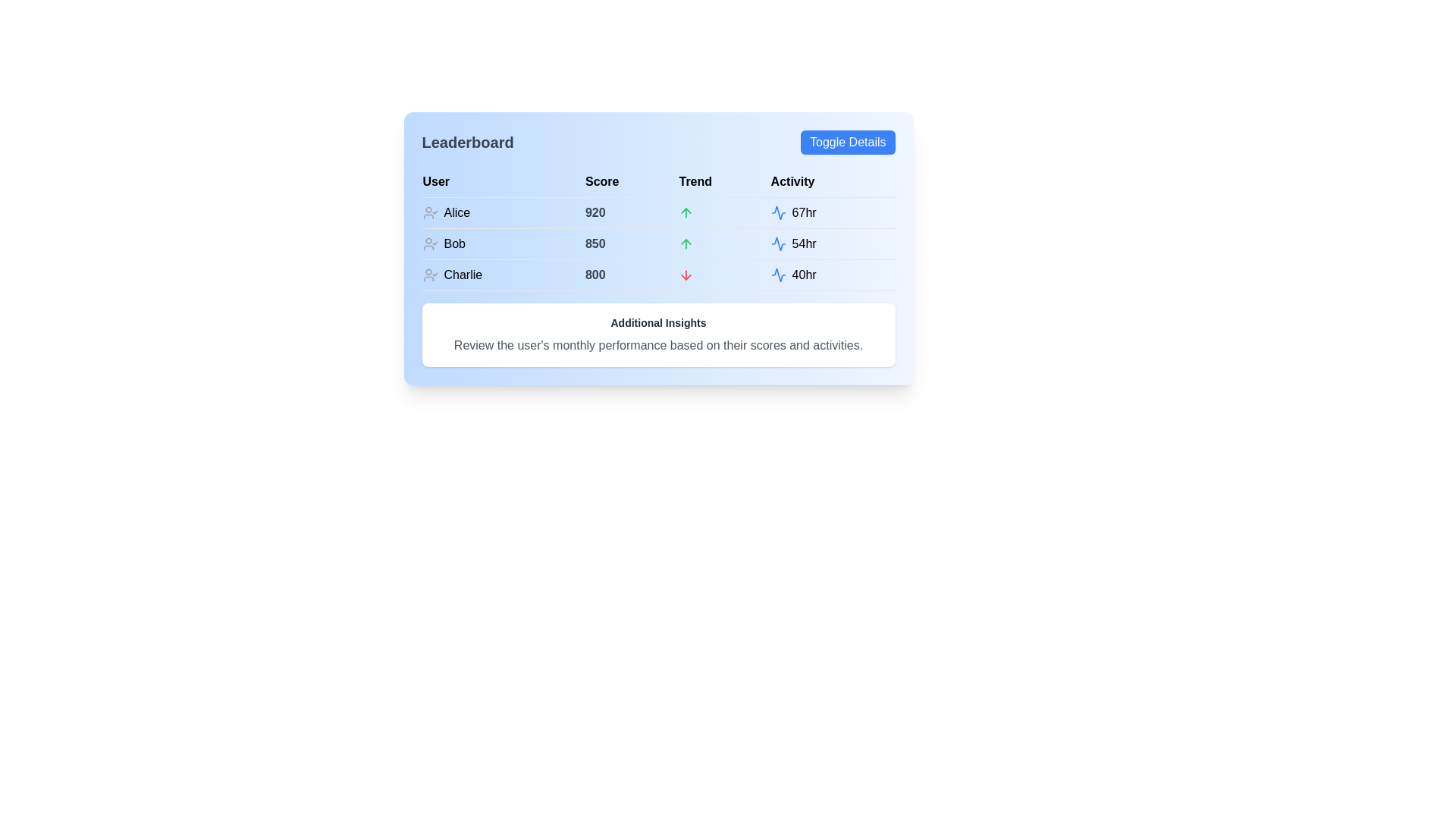 This screenshot has height=819, width=1456. Describe the element at coordinates (803, 275) in the screenshot. I see `the label displaying '40hr' in bold black color, located in the 'Activity' column of the leaderboard interface, specifically in the row for 'Charlie'` at that location.